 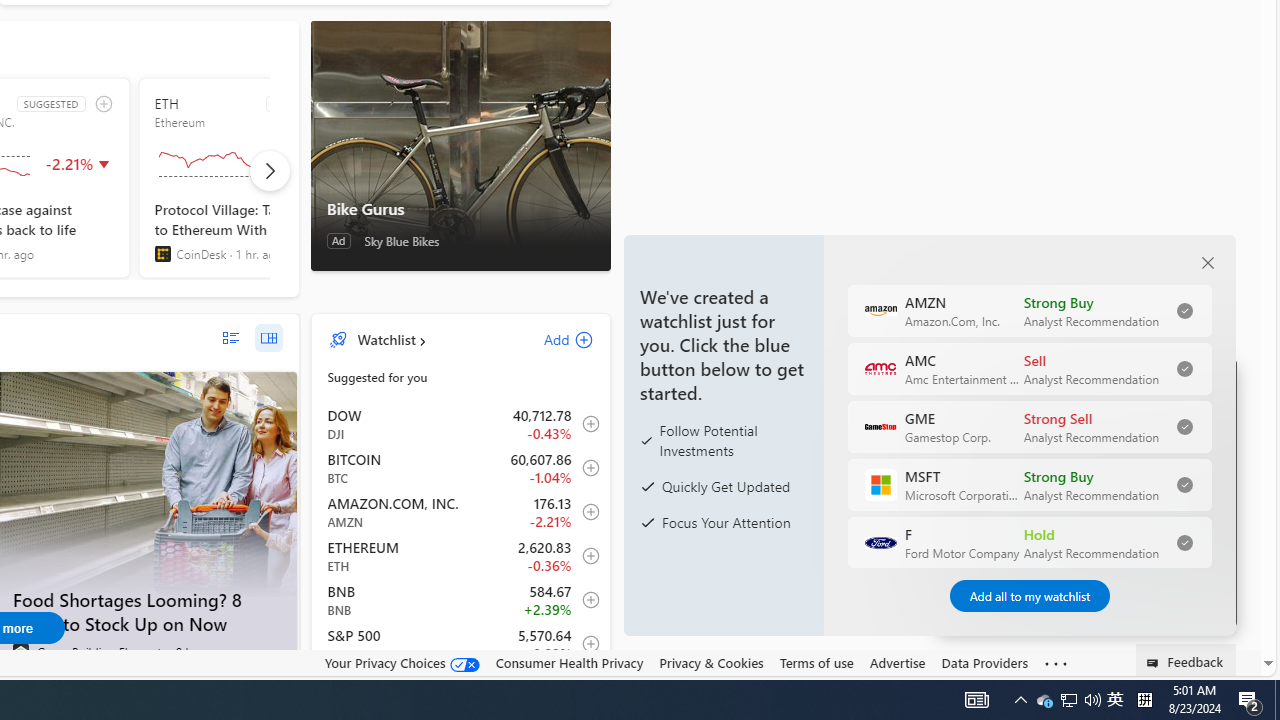 I want to click on 'INX S&P 500 decrease 5,570.64 -50.21 -0.89% item5', so click(x=460, y=644).